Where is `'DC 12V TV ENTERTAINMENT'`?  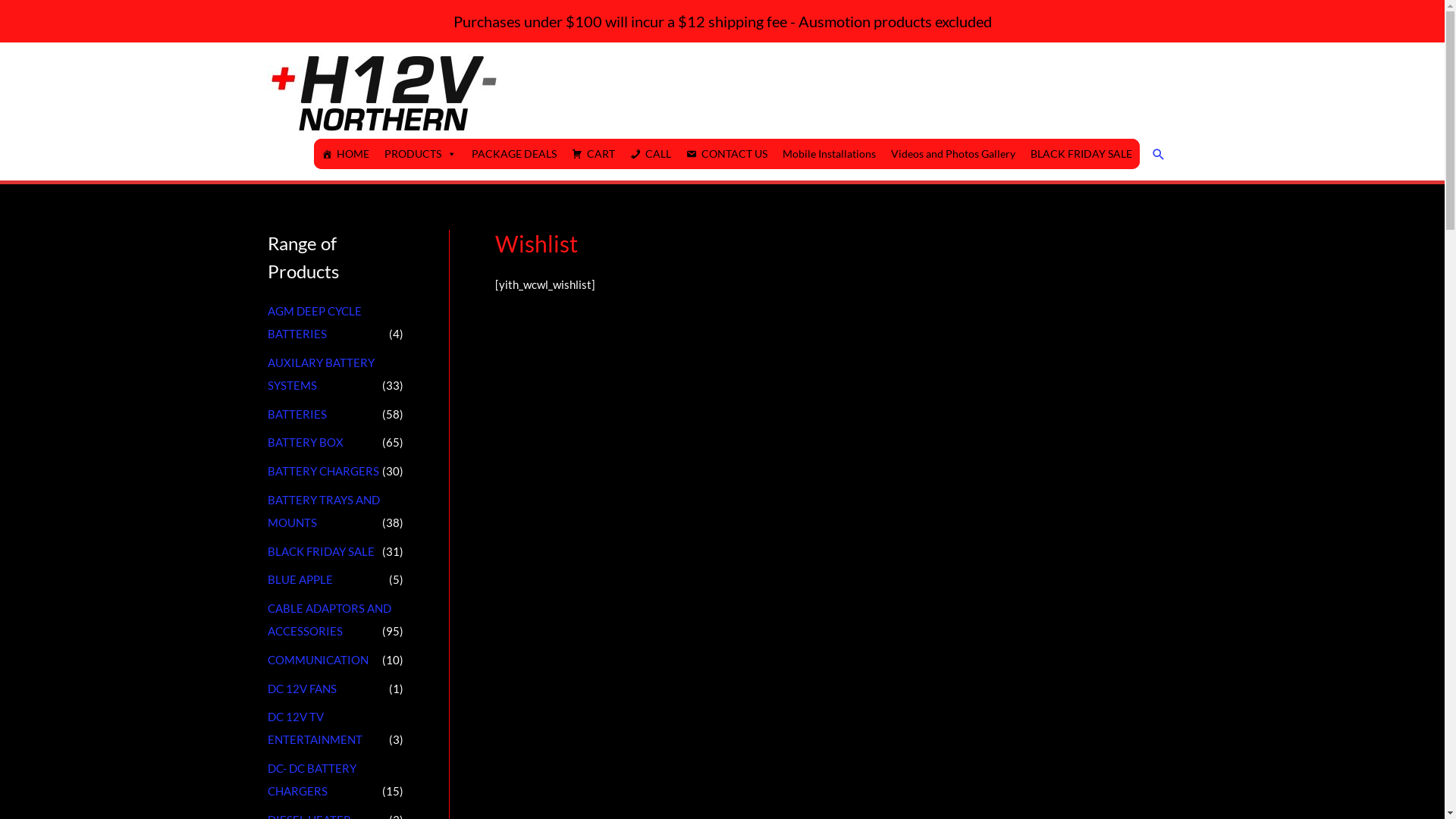 'DC 12V TV ENTERTAINMENT' is located at coordinates (313, 727).